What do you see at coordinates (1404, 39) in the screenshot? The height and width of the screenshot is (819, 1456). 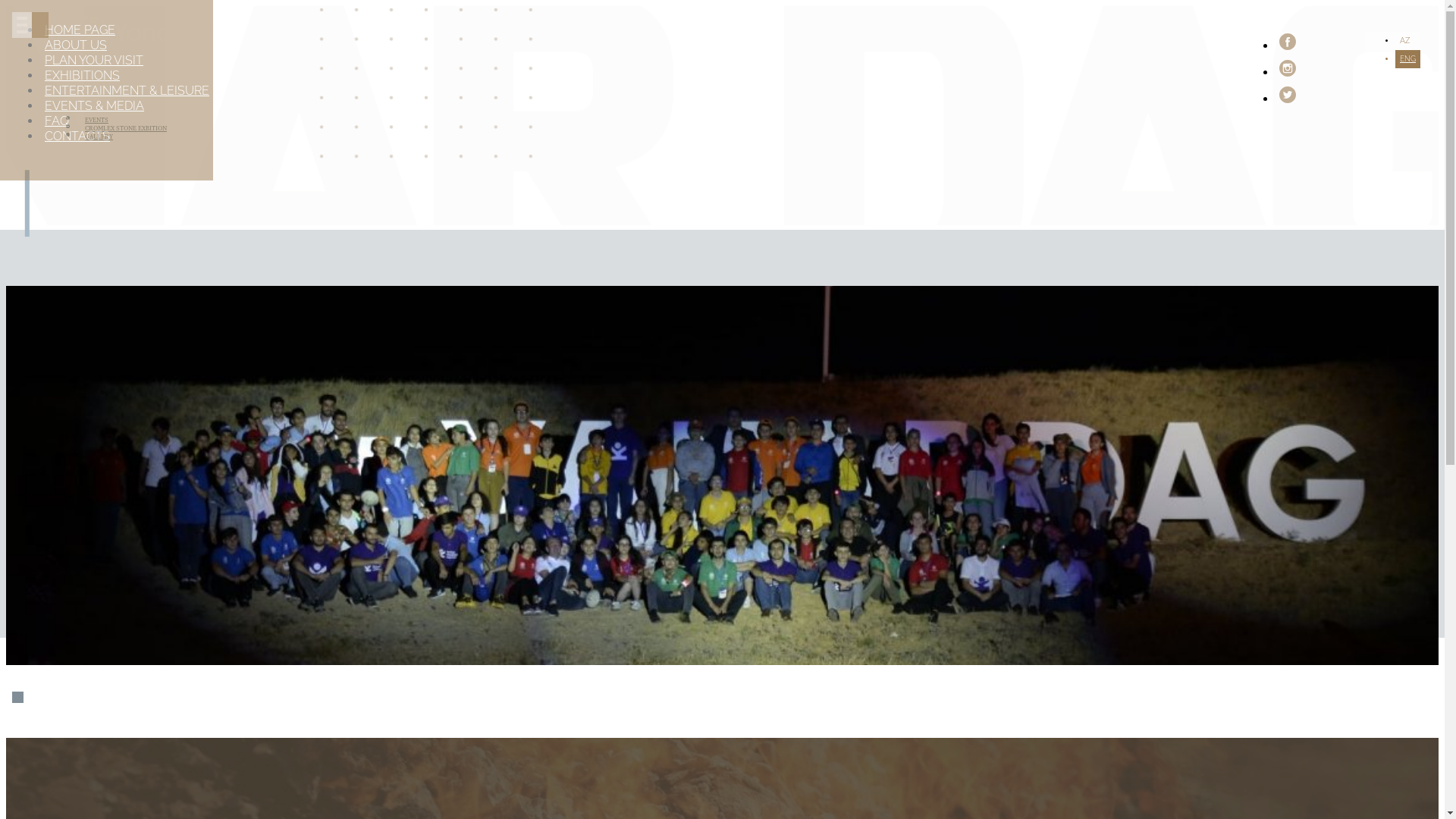 I see `'AZ'` at bounding box center [1404, 39].